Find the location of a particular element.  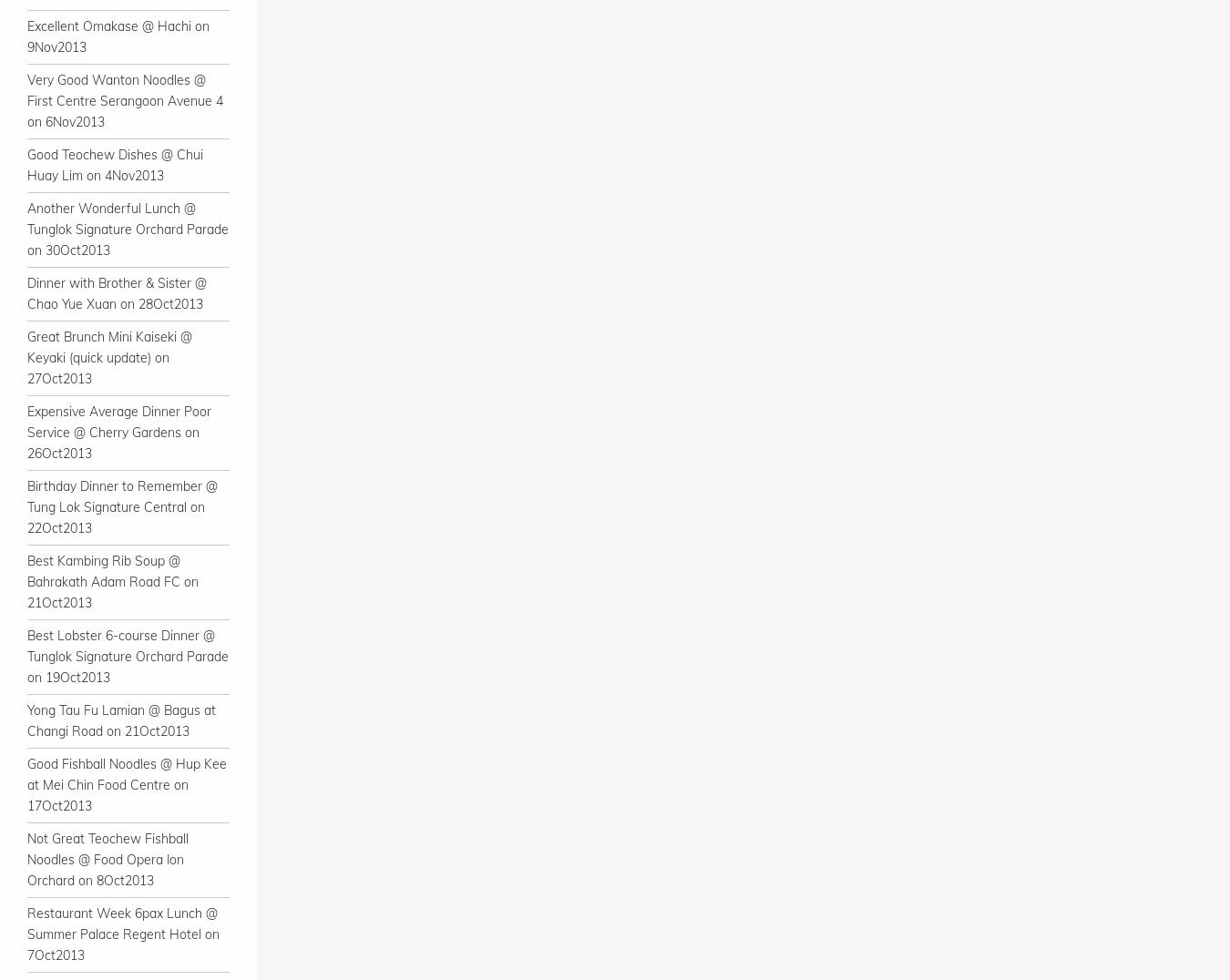

'Not Great Teochew Fishball Noodles @ Food Opera Ion Orchard on 8Oct2013' is located at coordinates (108, 859).